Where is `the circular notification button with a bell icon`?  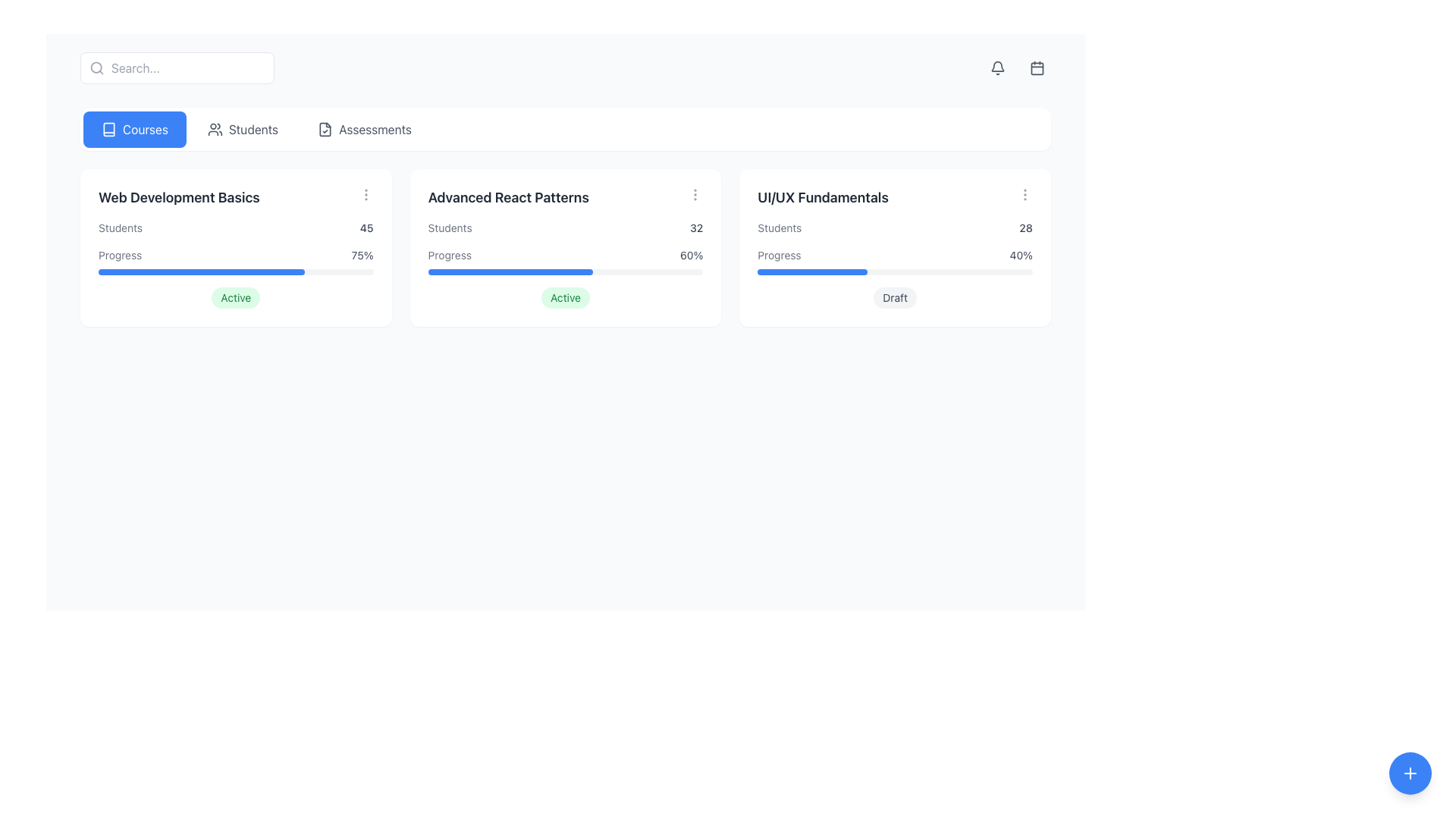
the circular notification button with a bell icon is located at coordinates (997, 67).